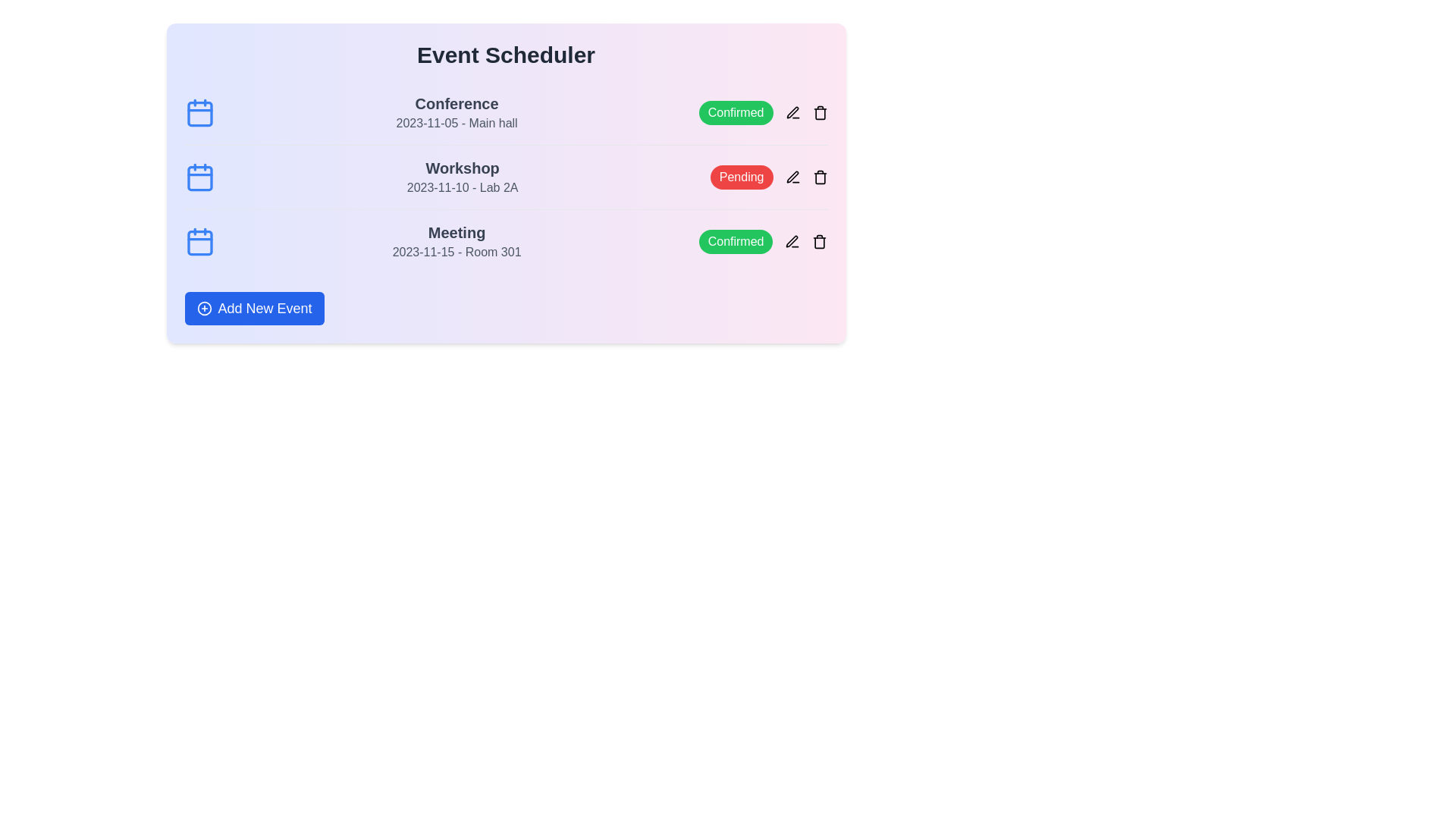  What do you see at coordinates (199, 112) in the screenshot?
I see `the calendar icon at the leftmost side of the row for the Conference event dated '2023-11-05 - Main hall'` at bounding box center [199, 112].